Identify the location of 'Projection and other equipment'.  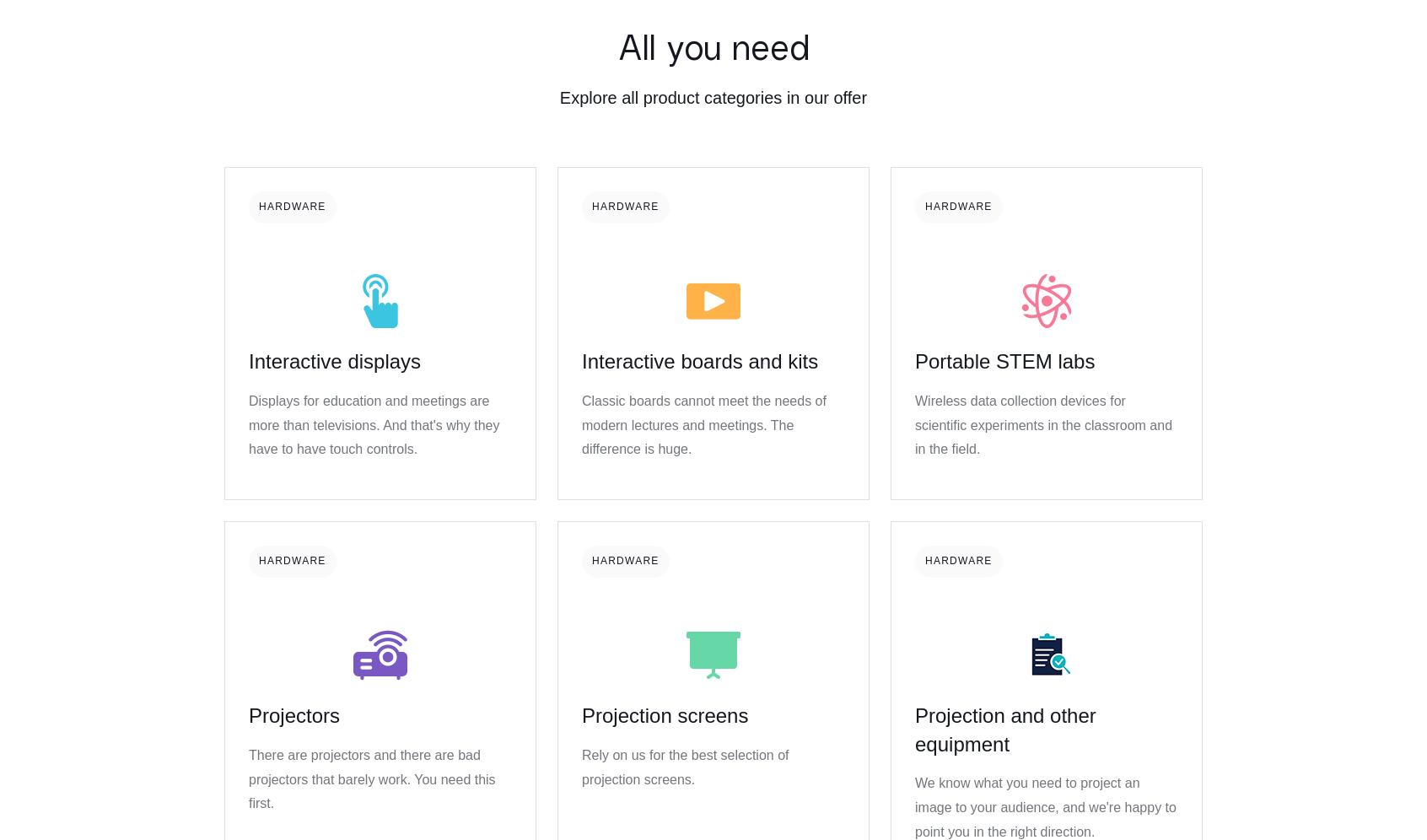
(1004, 730).